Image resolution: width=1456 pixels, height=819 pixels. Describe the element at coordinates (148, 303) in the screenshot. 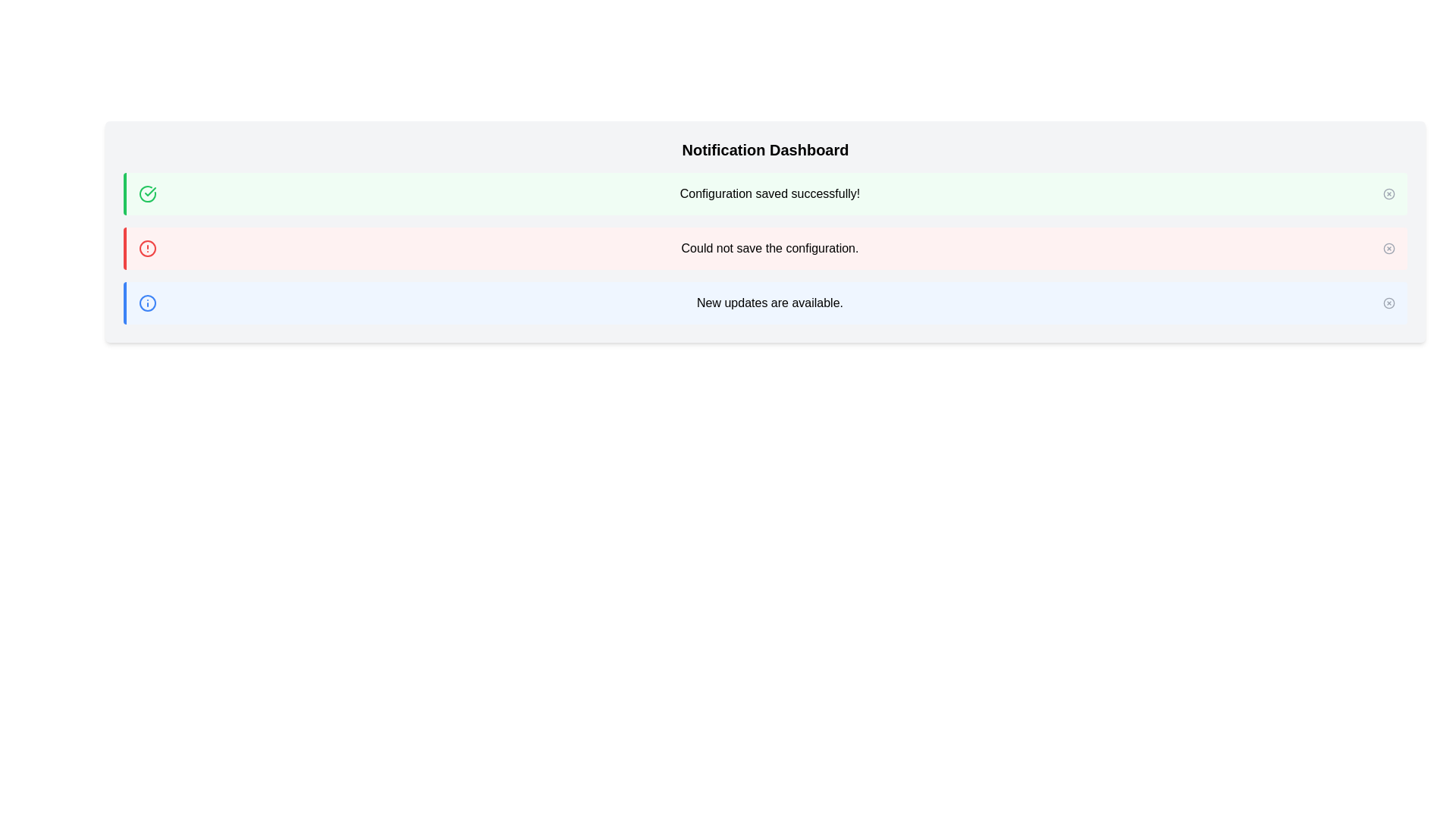

I see `the Information Icon, which is a blue circular icon indicating notifications, located at the start of the notification 'New updates are available.'` at that location.